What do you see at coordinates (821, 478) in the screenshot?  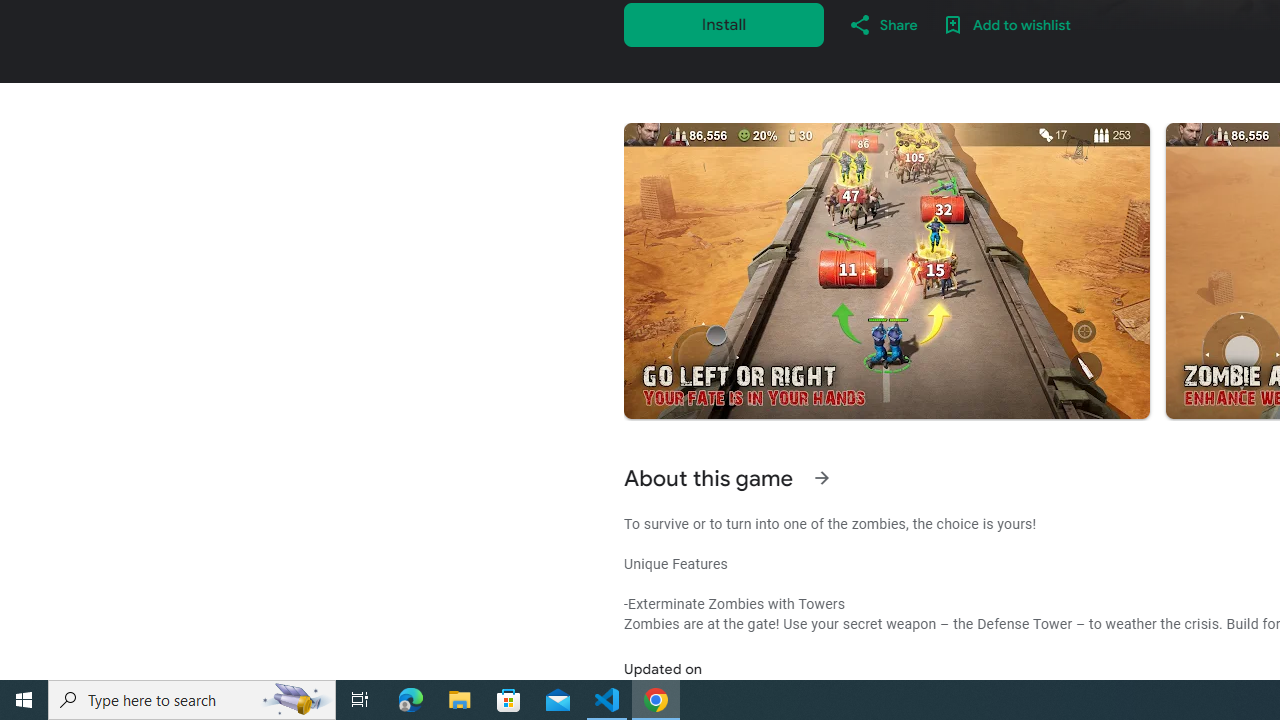 I see `'See more information on About this game'` at bounding box center [821, 478].